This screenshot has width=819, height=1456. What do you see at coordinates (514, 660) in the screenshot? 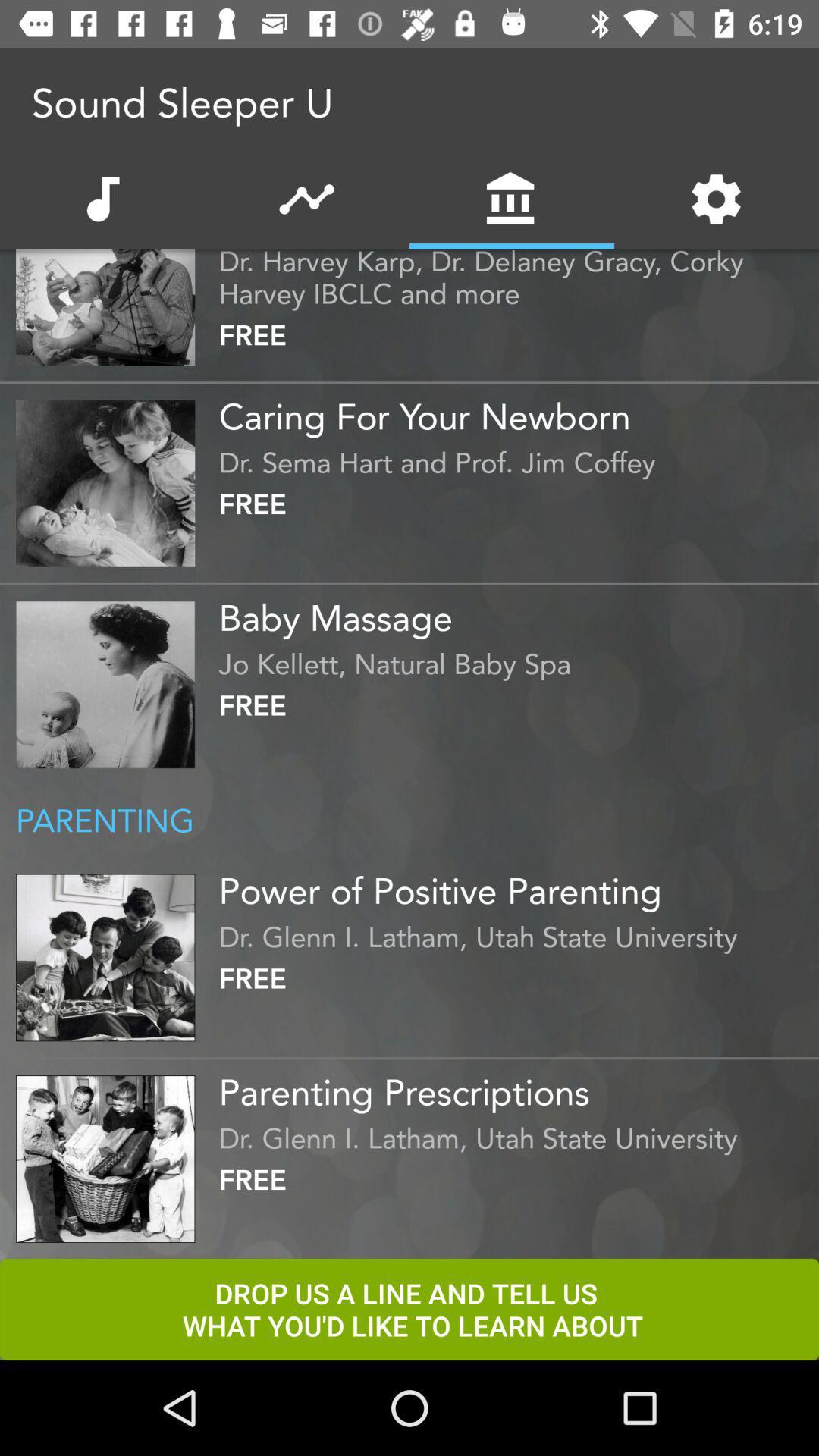
I see `the jo kellett natural icon` at bounding box center [514, 660].